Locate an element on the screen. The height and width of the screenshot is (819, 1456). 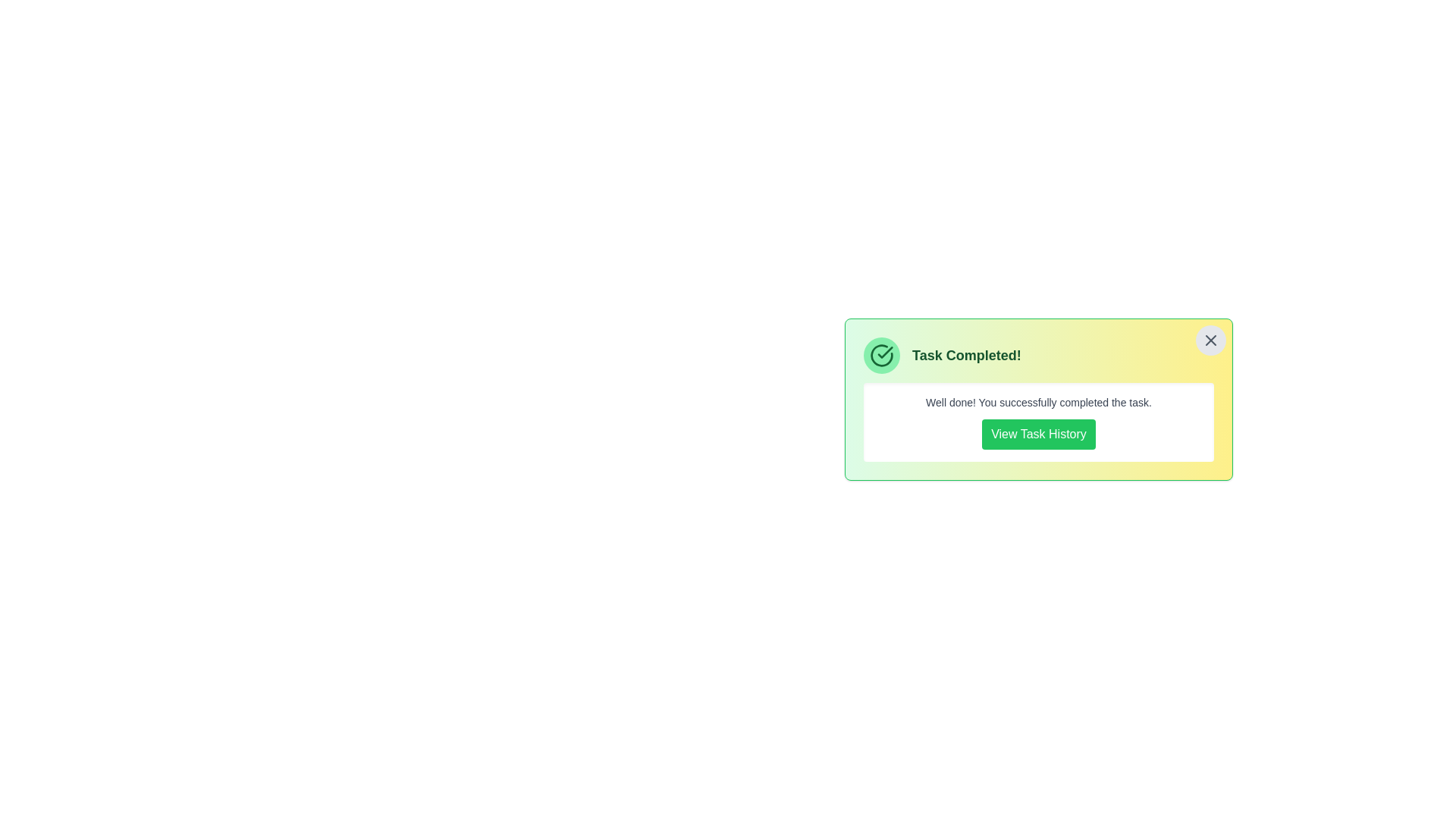
the 'View Task History' button to observe the hover effect is located at coordinates (1037, 435).